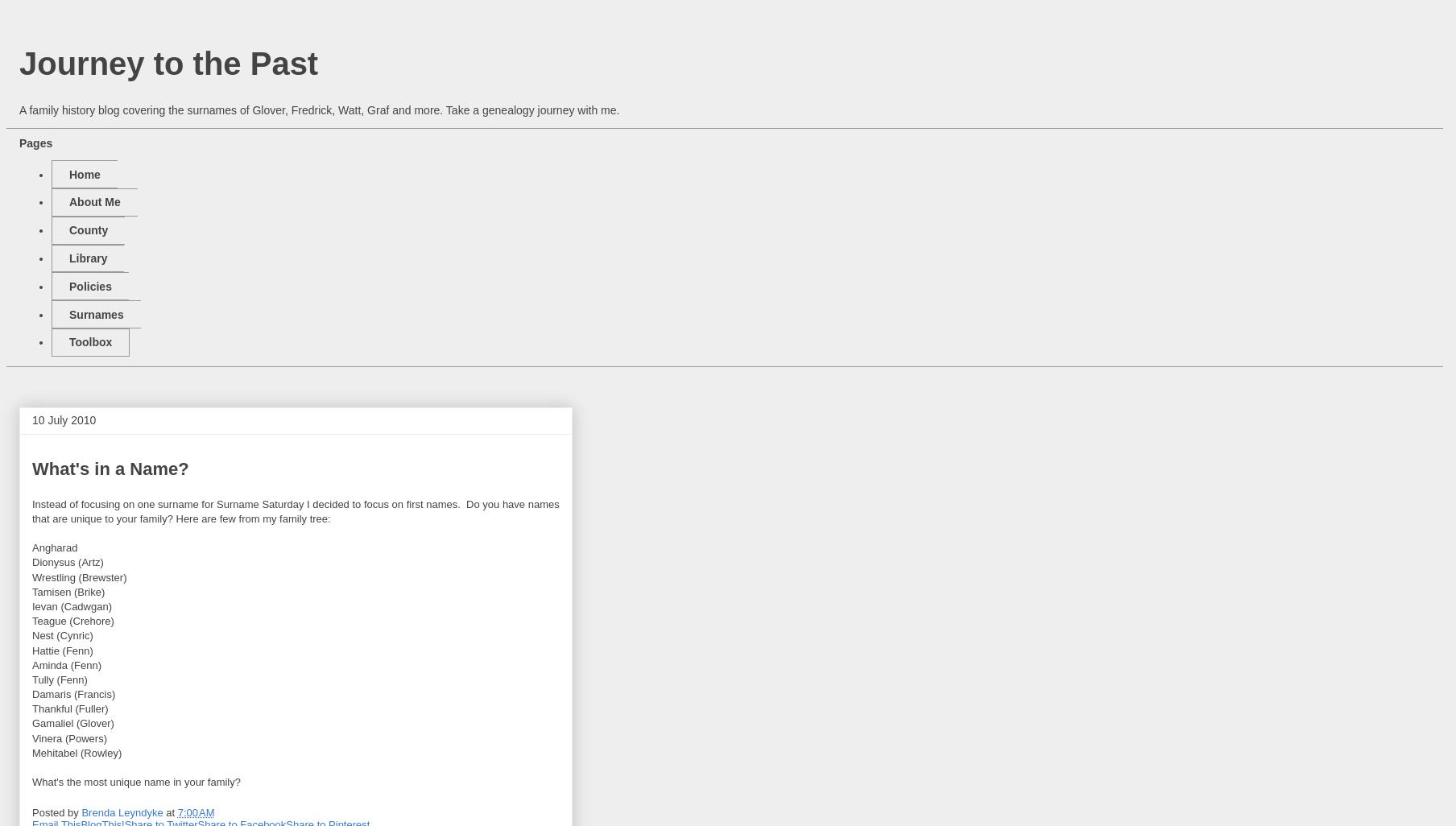 The width and height of the screenshot is (1456, 826). I want to click on 'Home', so click(84, 173).